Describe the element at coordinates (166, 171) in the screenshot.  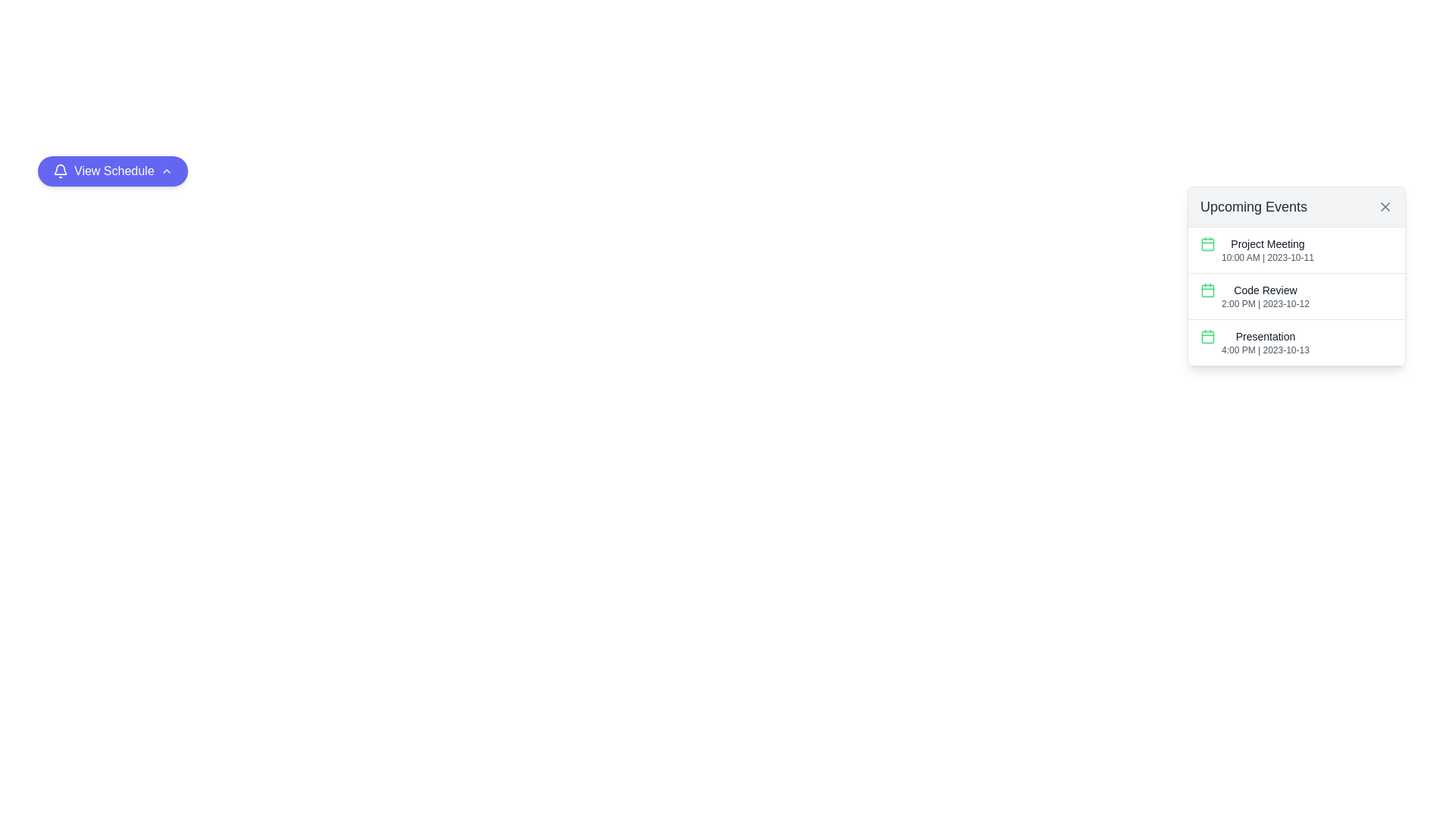
I see `the toggle icon located at the end of the 'View Schedule' button to interact with its expand or collapse functionality` at that location.